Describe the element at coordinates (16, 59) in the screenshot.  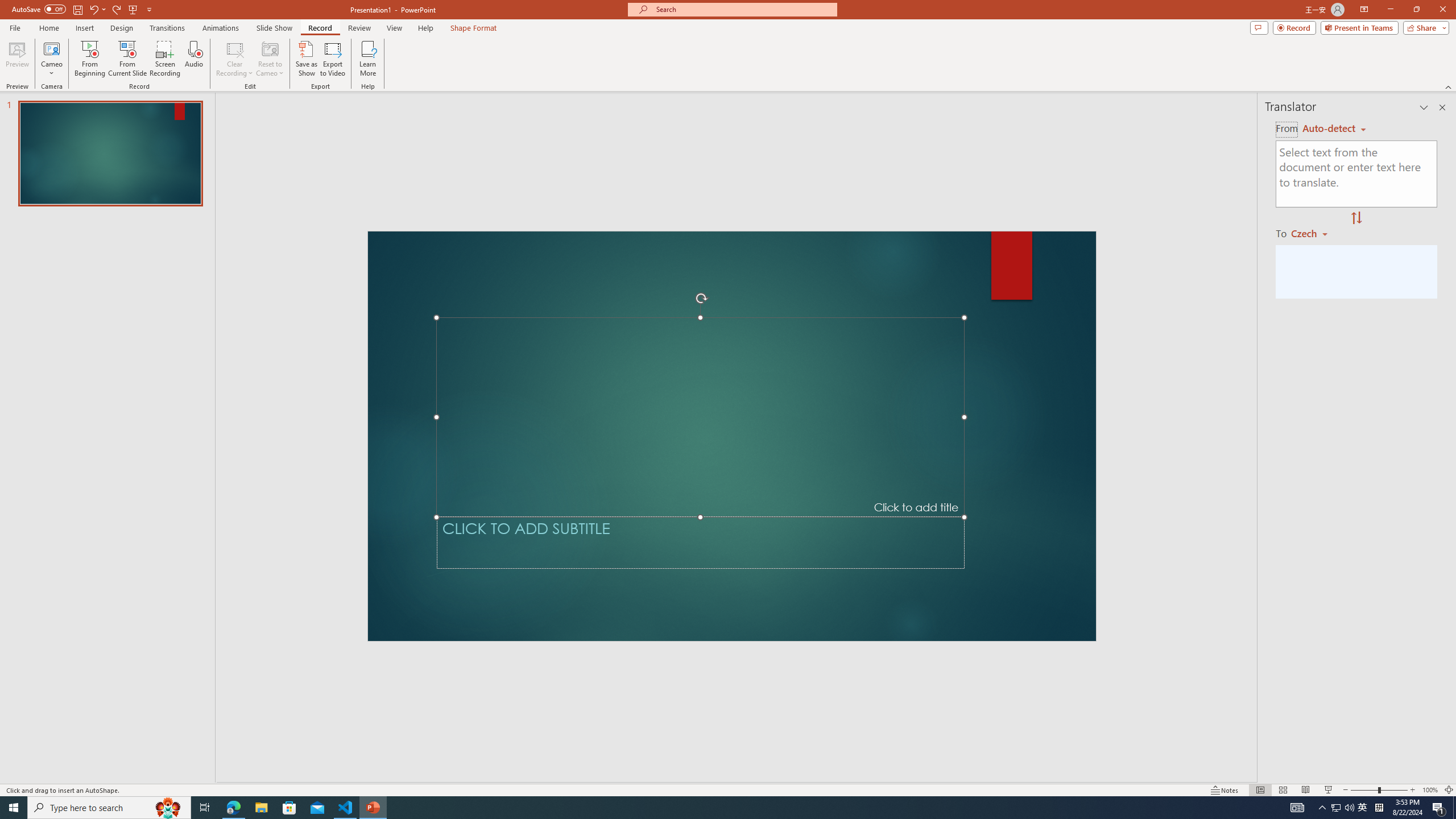
I see `'Preview'` at that location.